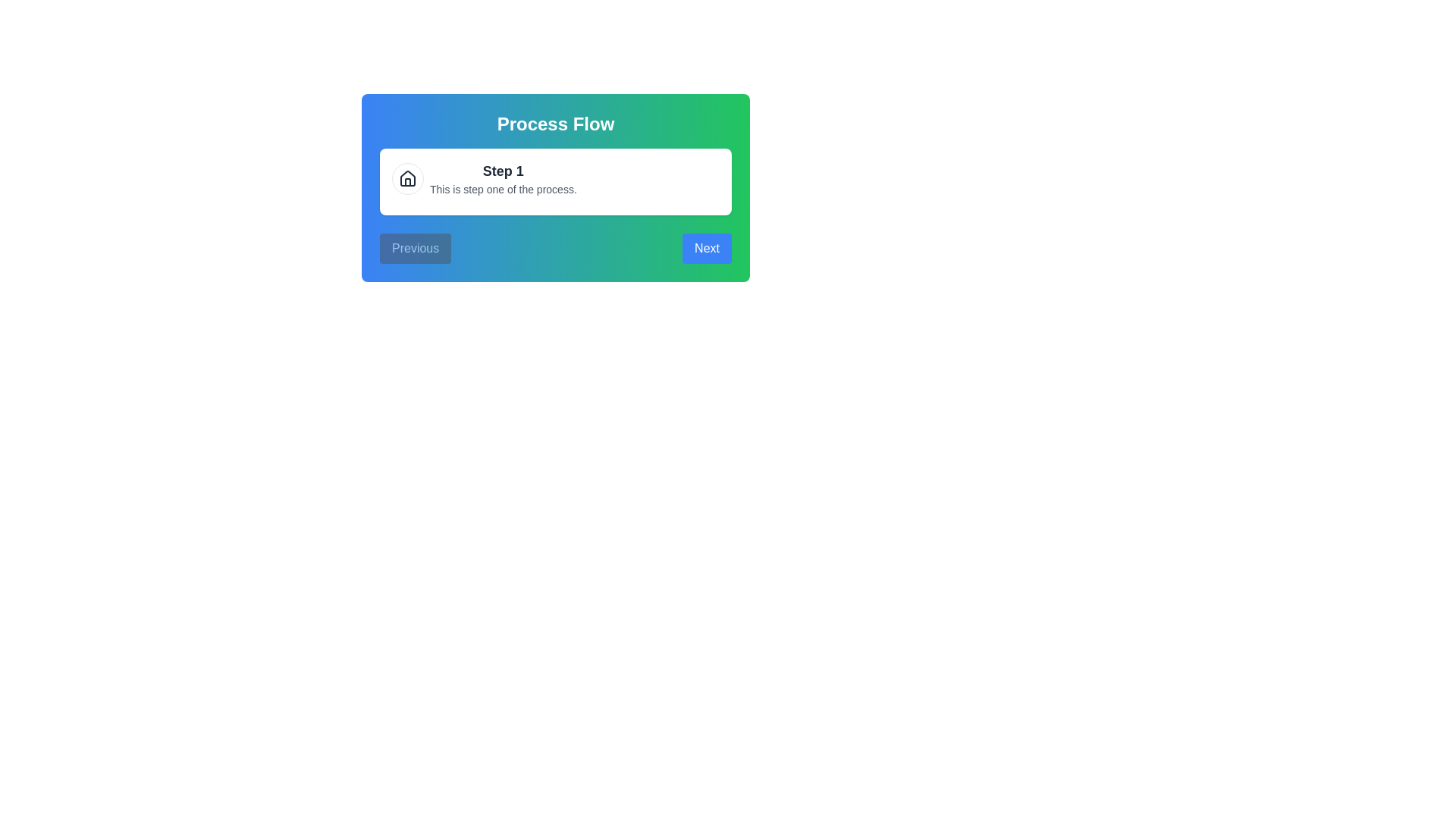 The height and width of the screenshot is (819, 1456). Describe the element at coordinates (416, 247) in the screenshot. I see `the 'Previous' button, which is a rectangular button with white text on a gray background, located at the left side of a two-button group in the 'Process Flow' panel` at that location.